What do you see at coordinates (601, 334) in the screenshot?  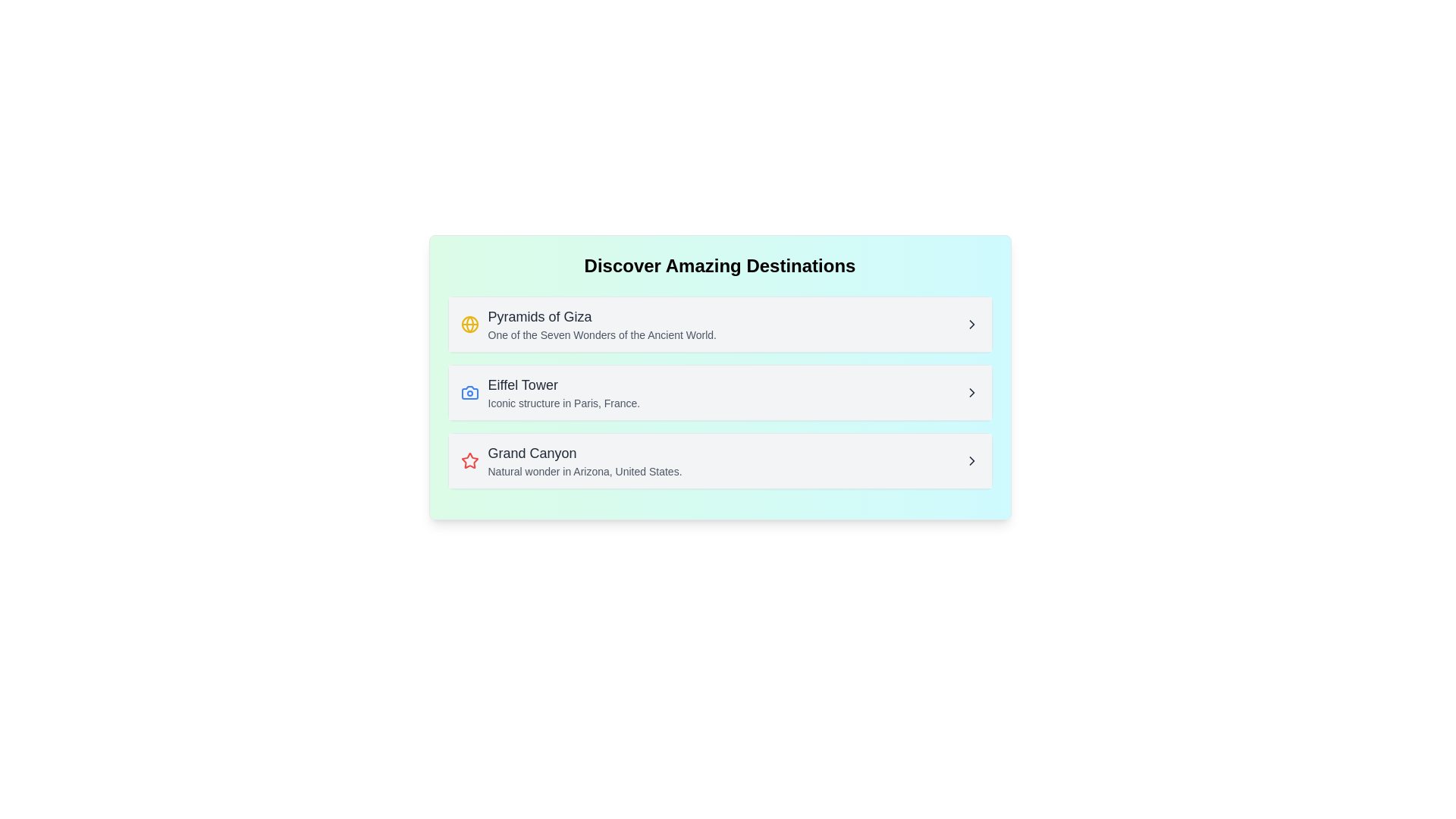 I see `descriptive subtext located directly beneath the 'Pyramids of Giza' title in the first card of the vertically stacked list` at bounding box center [601, 334].